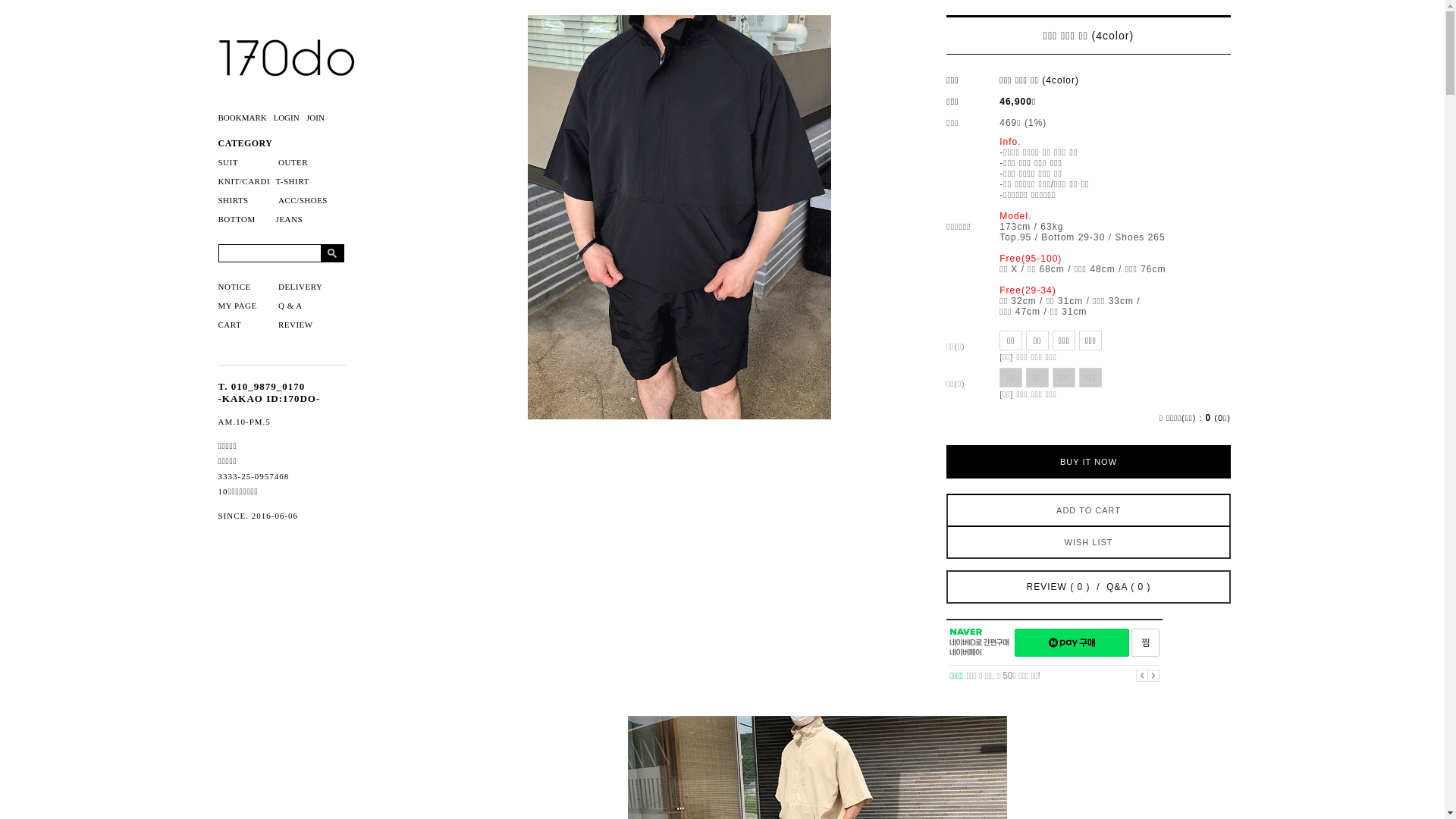 This screenshot has width=1456, height=819. I want to click on 'ACC/SHOES', so click(303, 199).